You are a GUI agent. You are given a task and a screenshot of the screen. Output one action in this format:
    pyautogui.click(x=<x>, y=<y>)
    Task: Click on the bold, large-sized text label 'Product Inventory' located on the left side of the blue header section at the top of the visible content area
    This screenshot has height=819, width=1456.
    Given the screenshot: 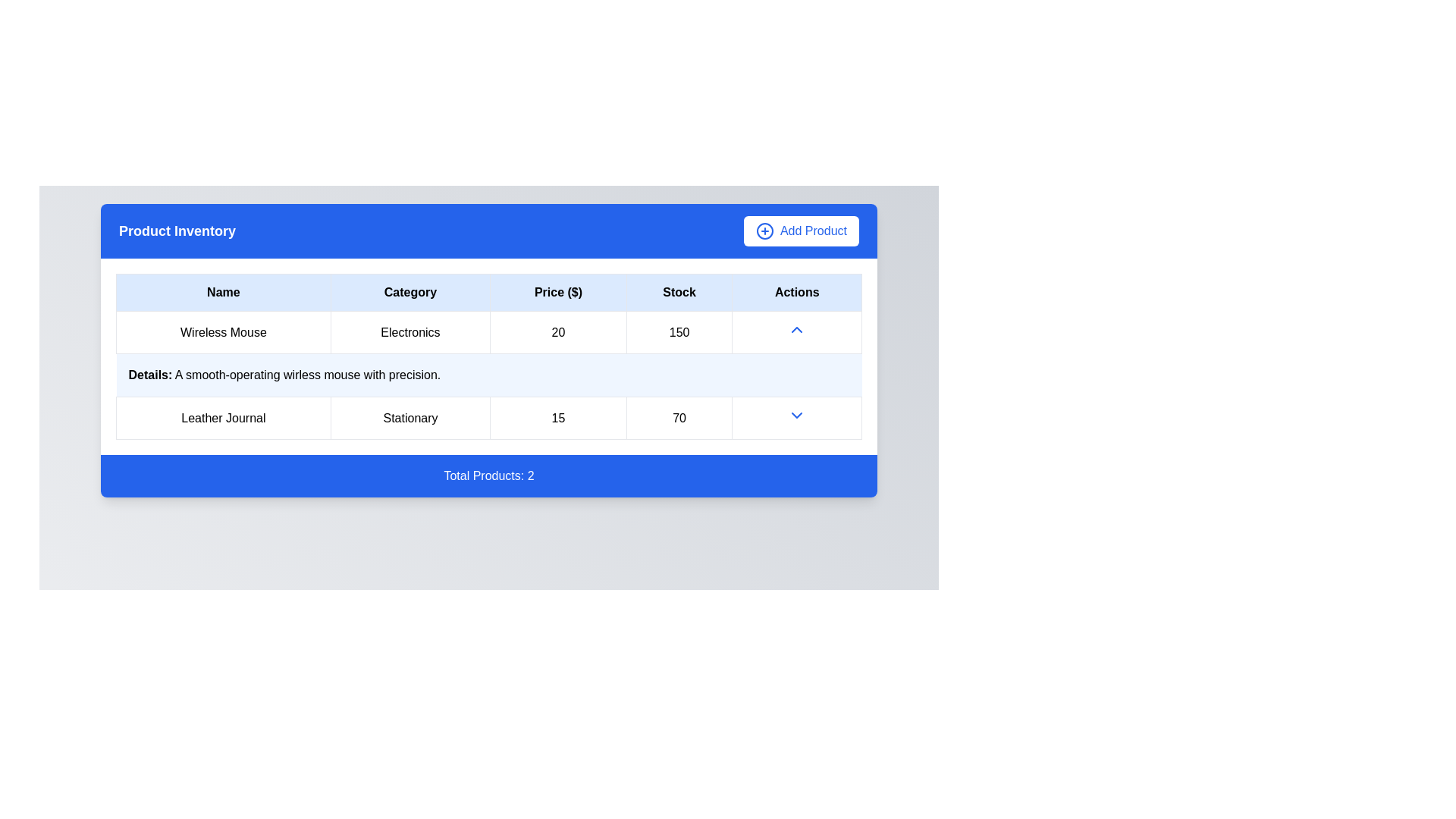 What is the action you would take?
    pyautogui.click(x=177, y=231)
    